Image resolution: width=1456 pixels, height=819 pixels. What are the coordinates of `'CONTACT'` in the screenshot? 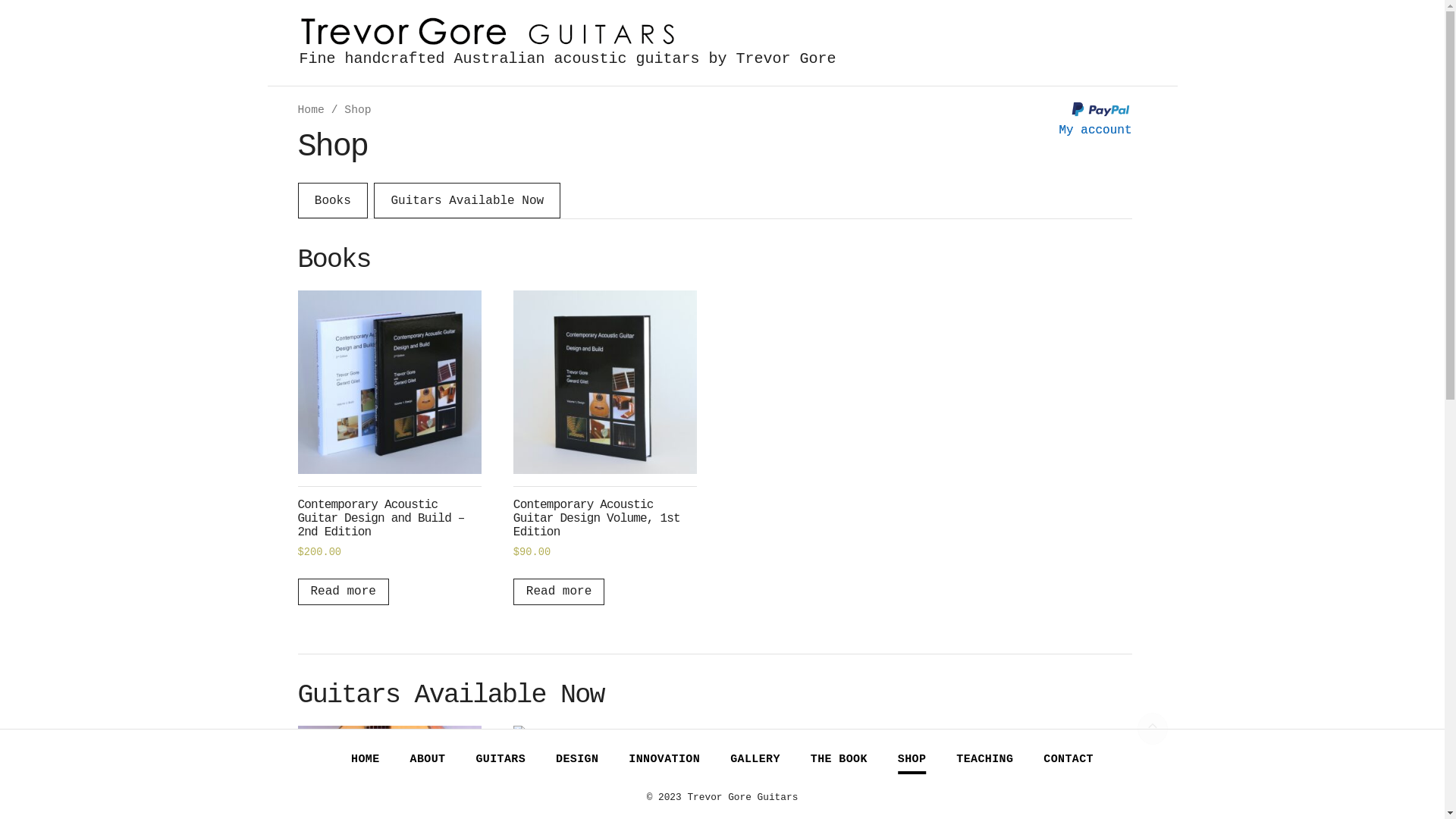 It's located at (1068, 760).